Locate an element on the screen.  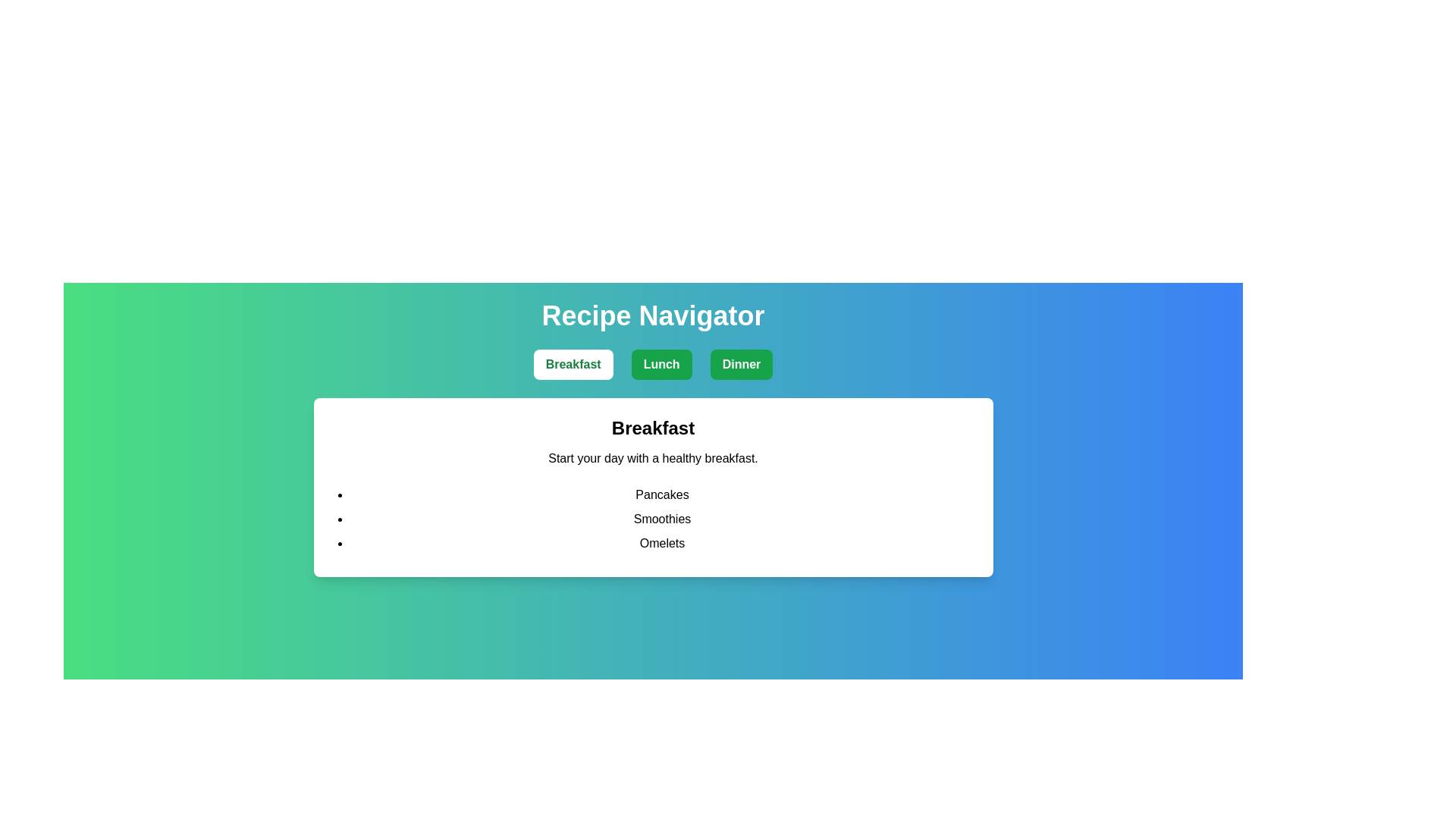
the Breakfast tab to view its recipes is located at coordinates (572, 365).